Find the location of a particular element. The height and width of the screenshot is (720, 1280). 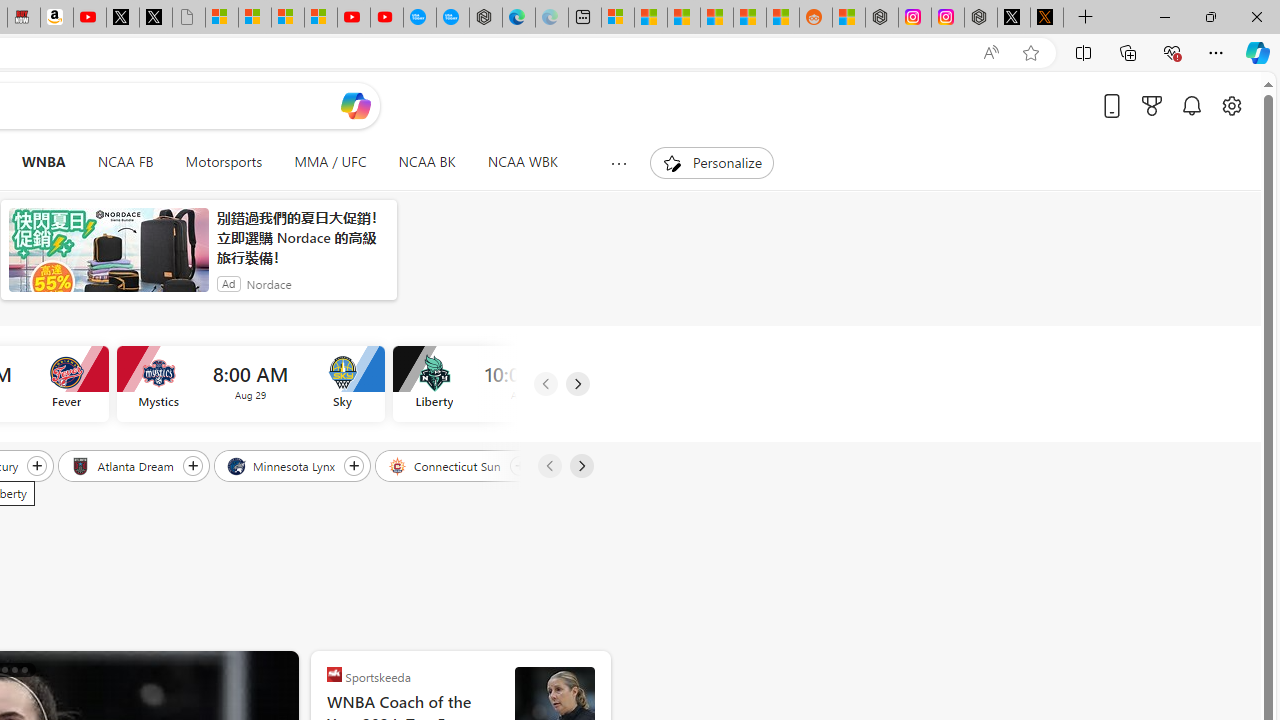

'Show more topics' is located at coordinates (617, 162).